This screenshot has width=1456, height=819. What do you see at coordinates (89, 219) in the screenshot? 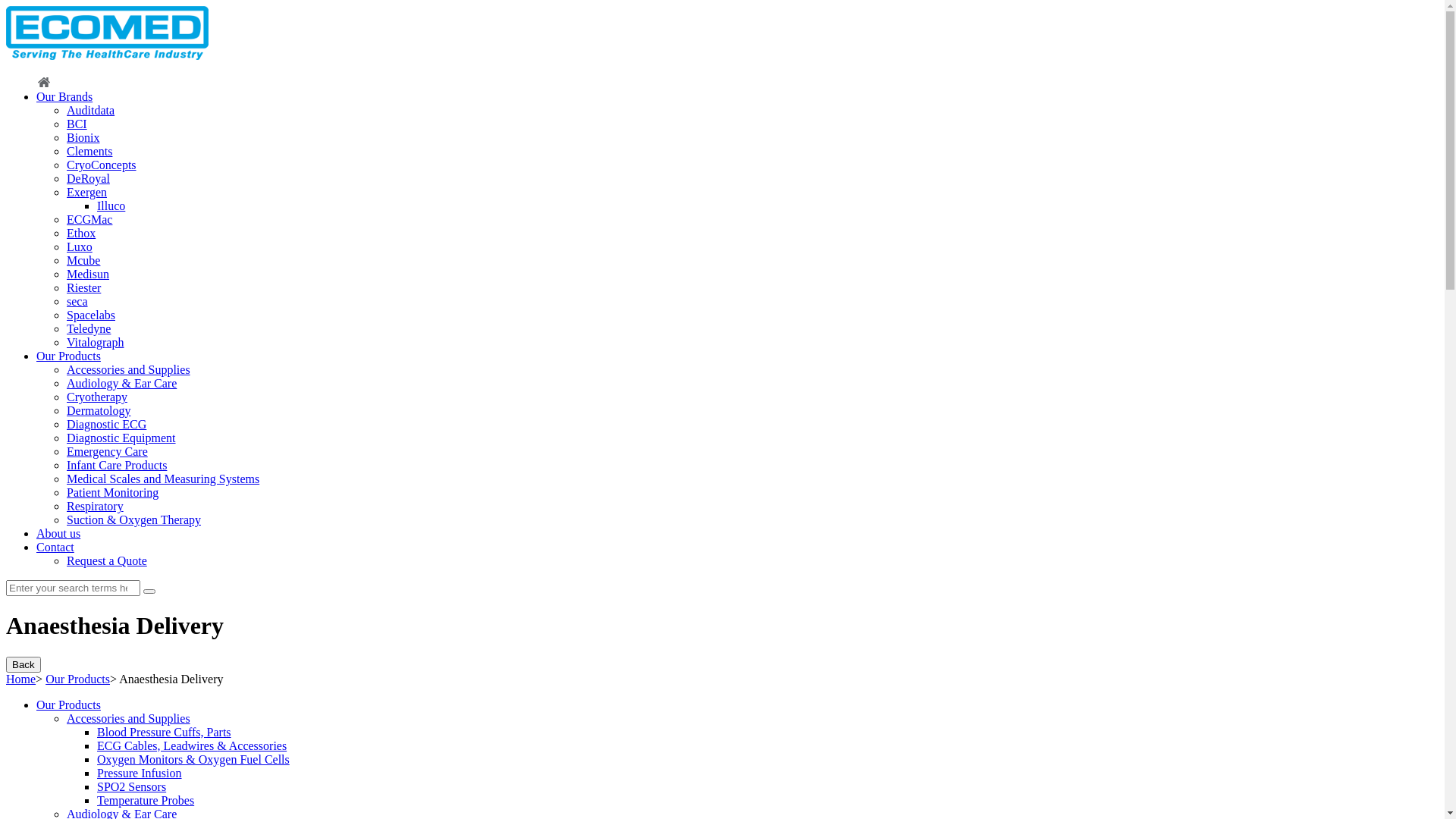
I see `'ECGMac'` at bounding box center [89, 219].